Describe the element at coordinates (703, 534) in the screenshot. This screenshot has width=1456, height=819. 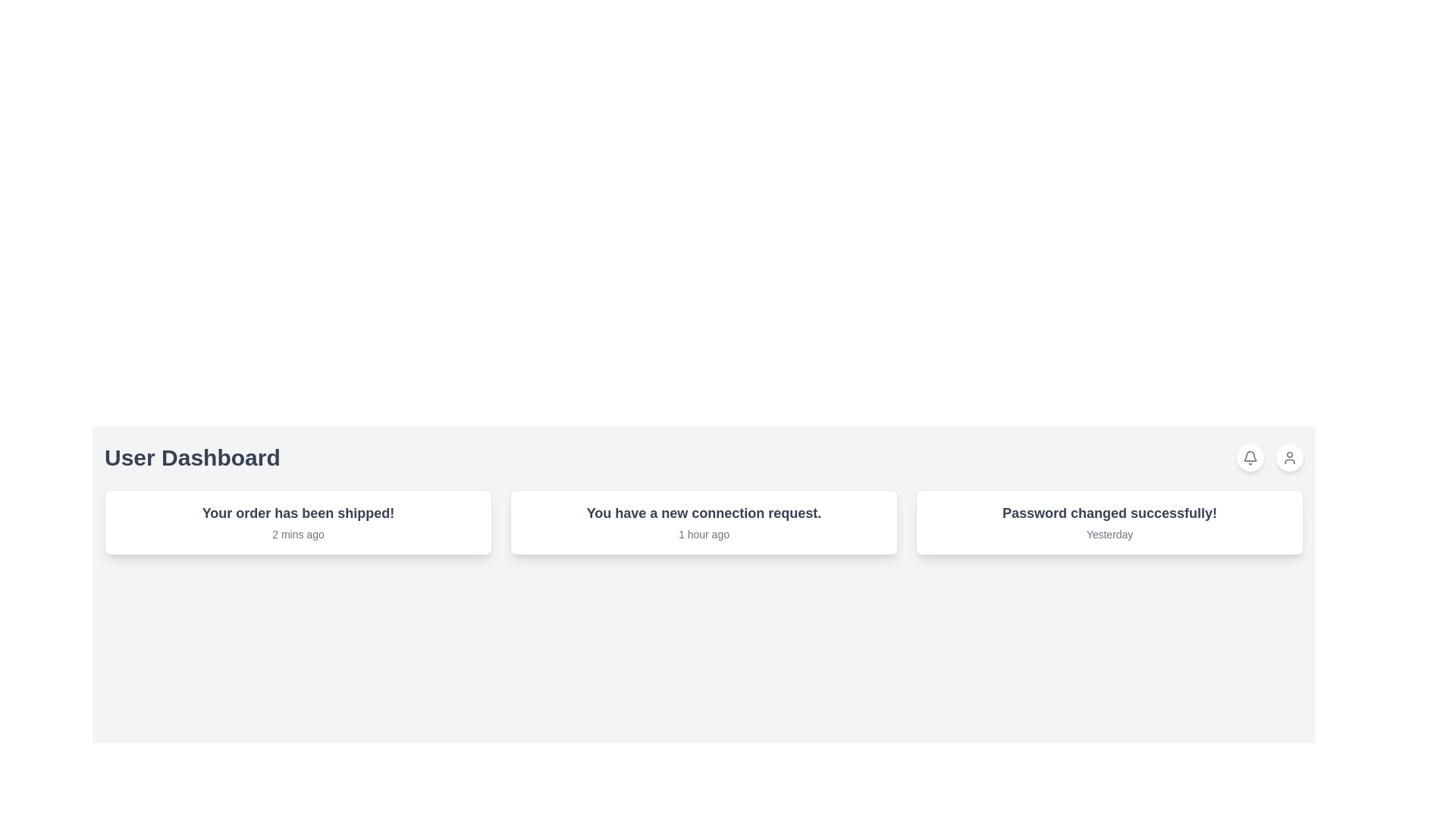
I see `the Text component displaying the timestamp of the notification located at the bottom section of the notification card that reads 'You have a new connection request.'` at that location.